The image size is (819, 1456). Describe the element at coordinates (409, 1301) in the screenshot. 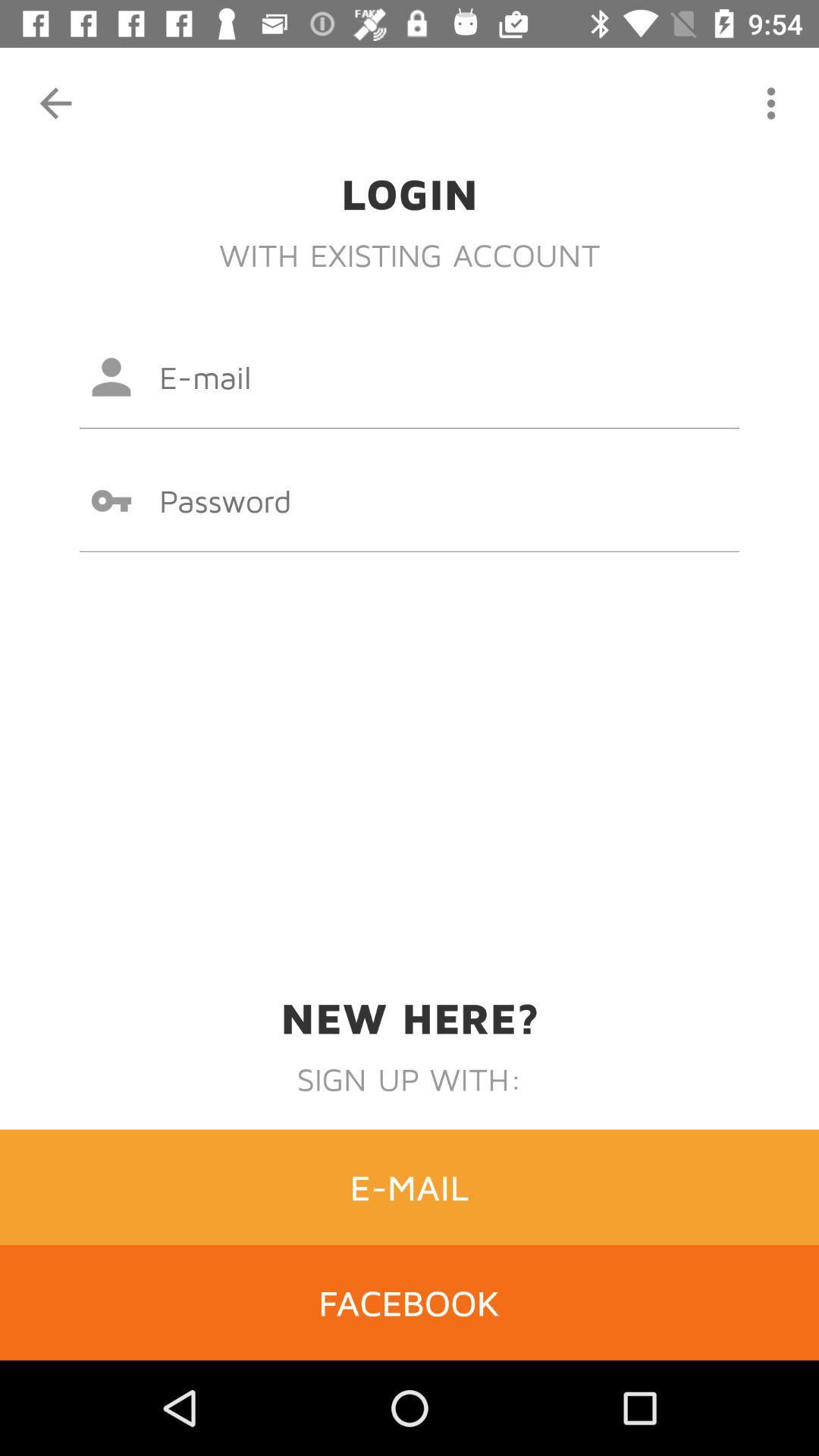

I see `facebook item` at that location.